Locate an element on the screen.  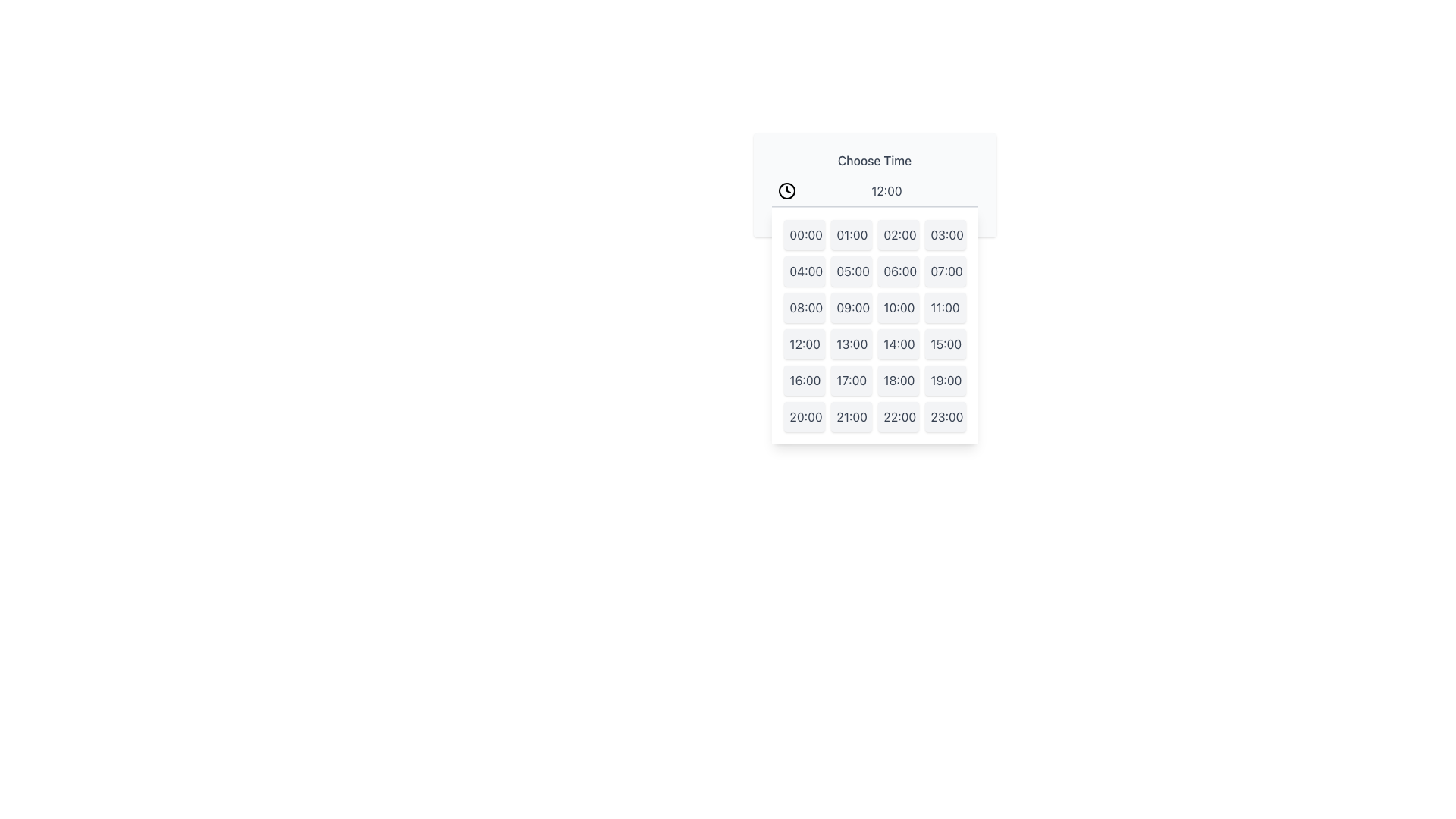
the button labeled '10:00' in the time picker dropdown is located at coordinates (898, 307).